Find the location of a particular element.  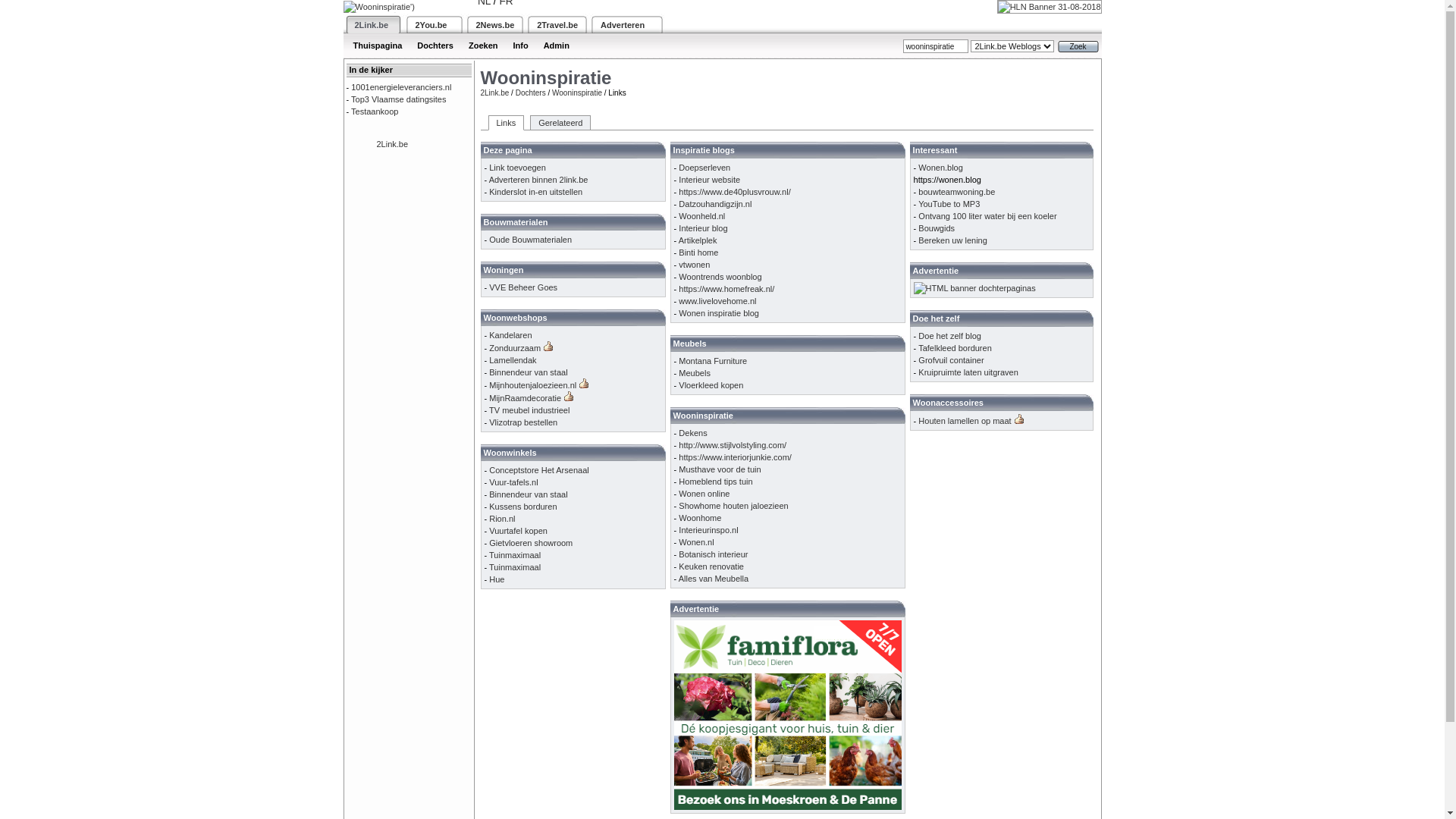

'Botanisch interieur' is located at coordinates (712, 554).